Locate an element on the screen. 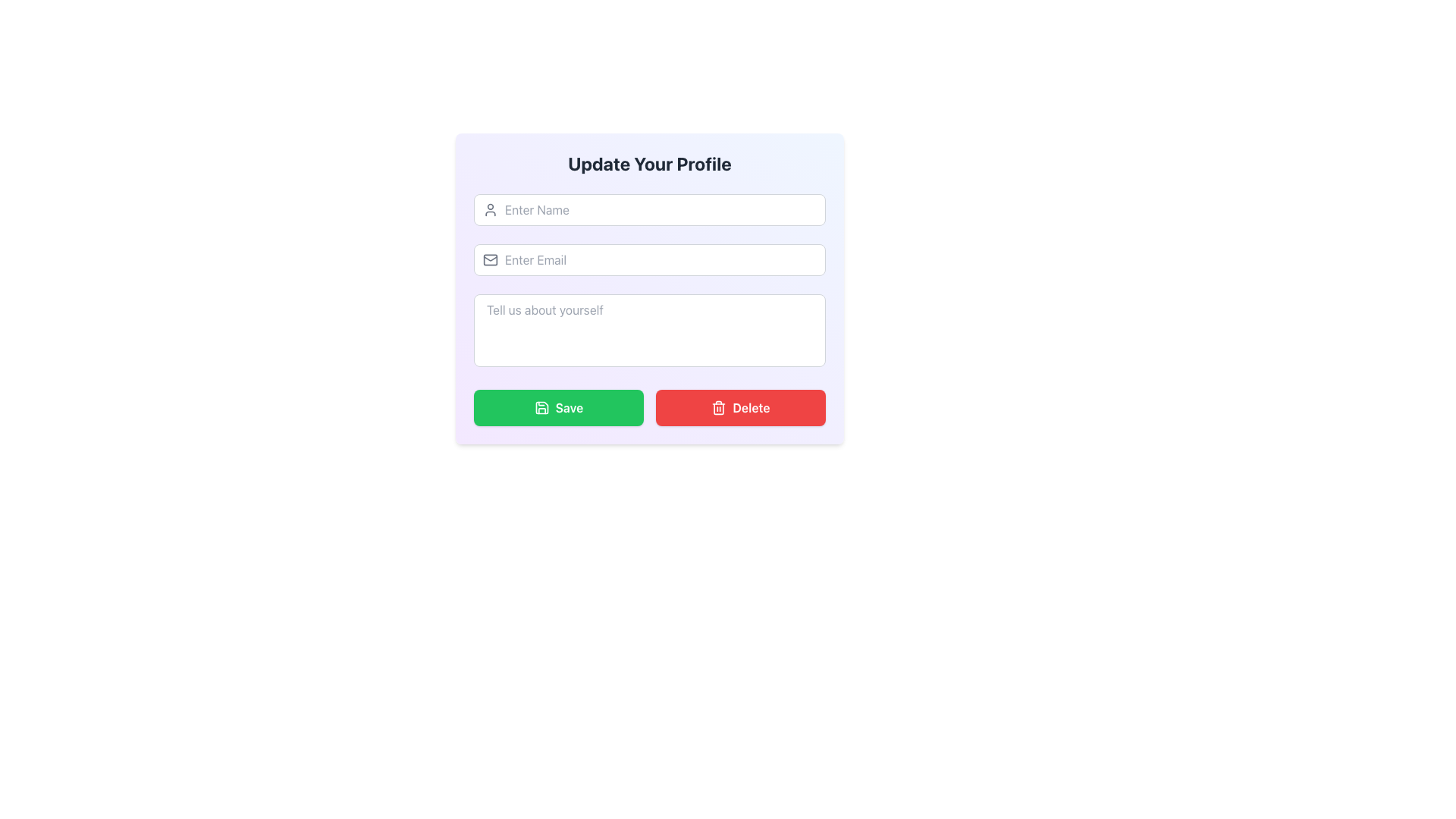 The width and height of the screenshot is (1456, 819). the trash bin icon located on the right side of the interface, adjacent to the 'Delete' button is located at coordinates (718, 408).